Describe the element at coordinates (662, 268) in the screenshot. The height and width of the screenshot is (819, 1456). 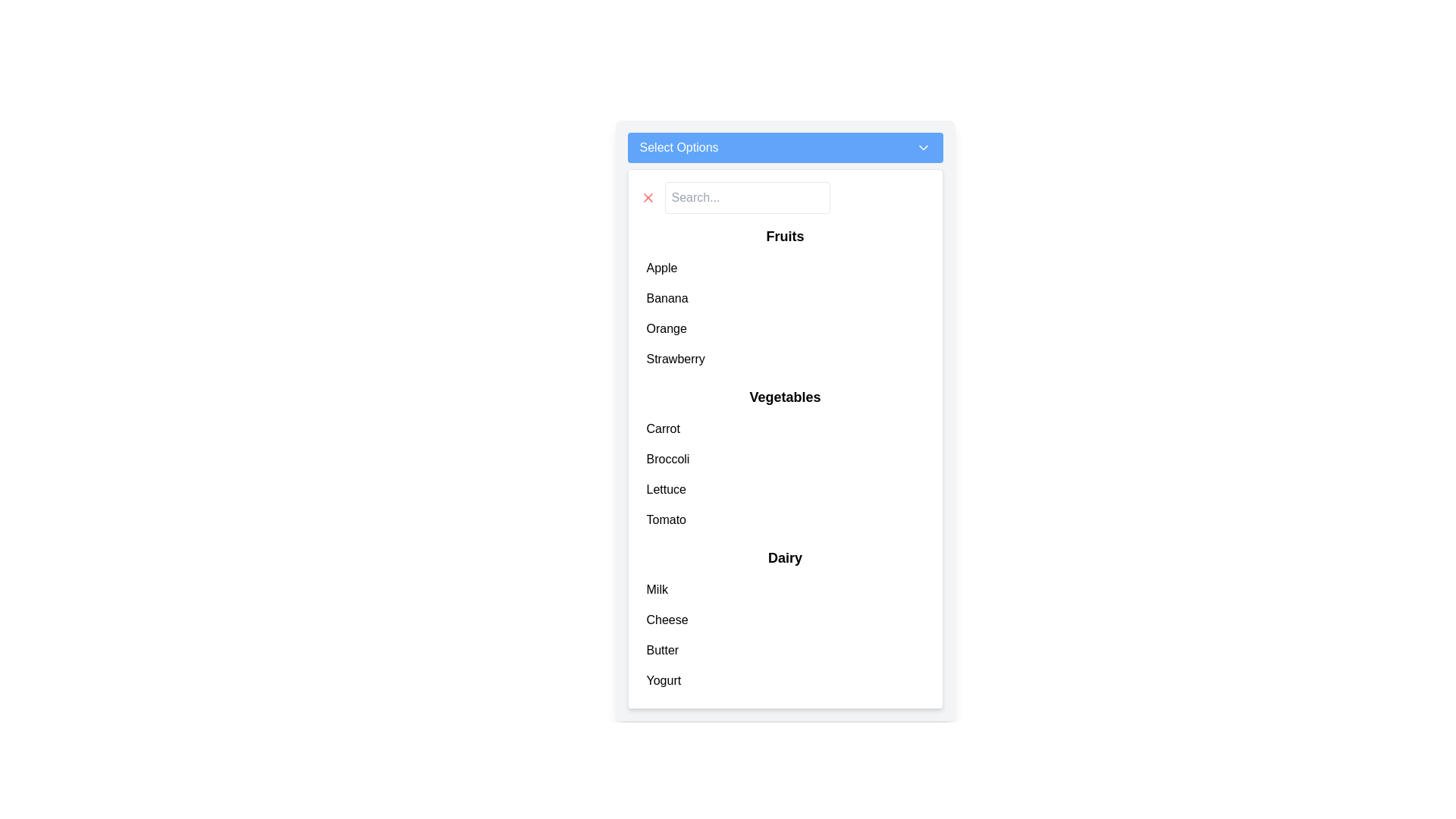
I see `the 'Apple' option in the dropdown list under the 'Fruits' section` at that location.